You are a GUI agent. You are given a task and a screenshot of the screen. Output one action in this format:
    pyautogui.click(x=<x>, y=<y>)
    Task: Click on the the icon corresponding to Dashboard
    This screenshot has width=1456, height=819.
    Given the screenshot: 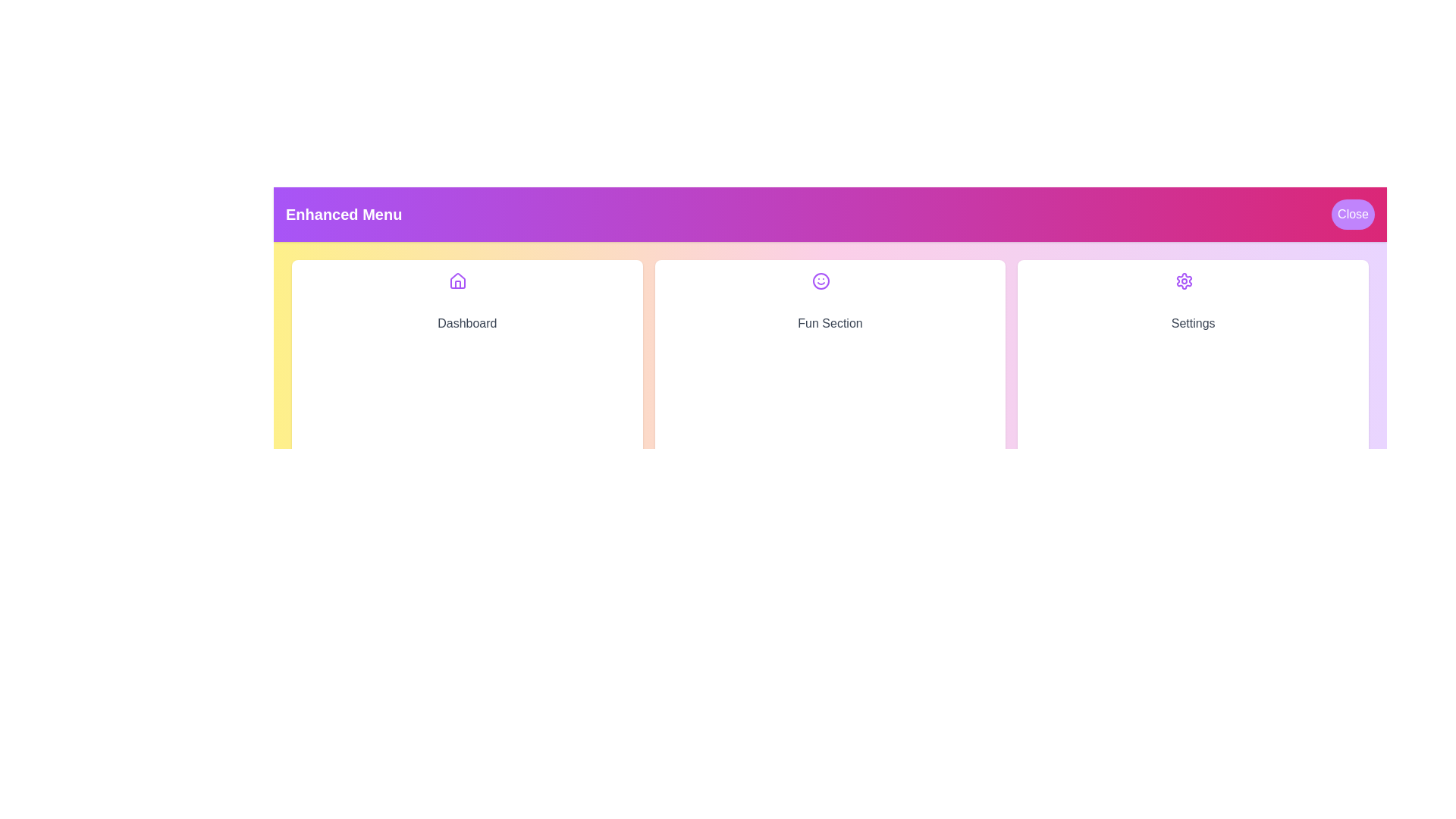 What is the action you would take?
    pyautogui.click(x=466, y=290)
    